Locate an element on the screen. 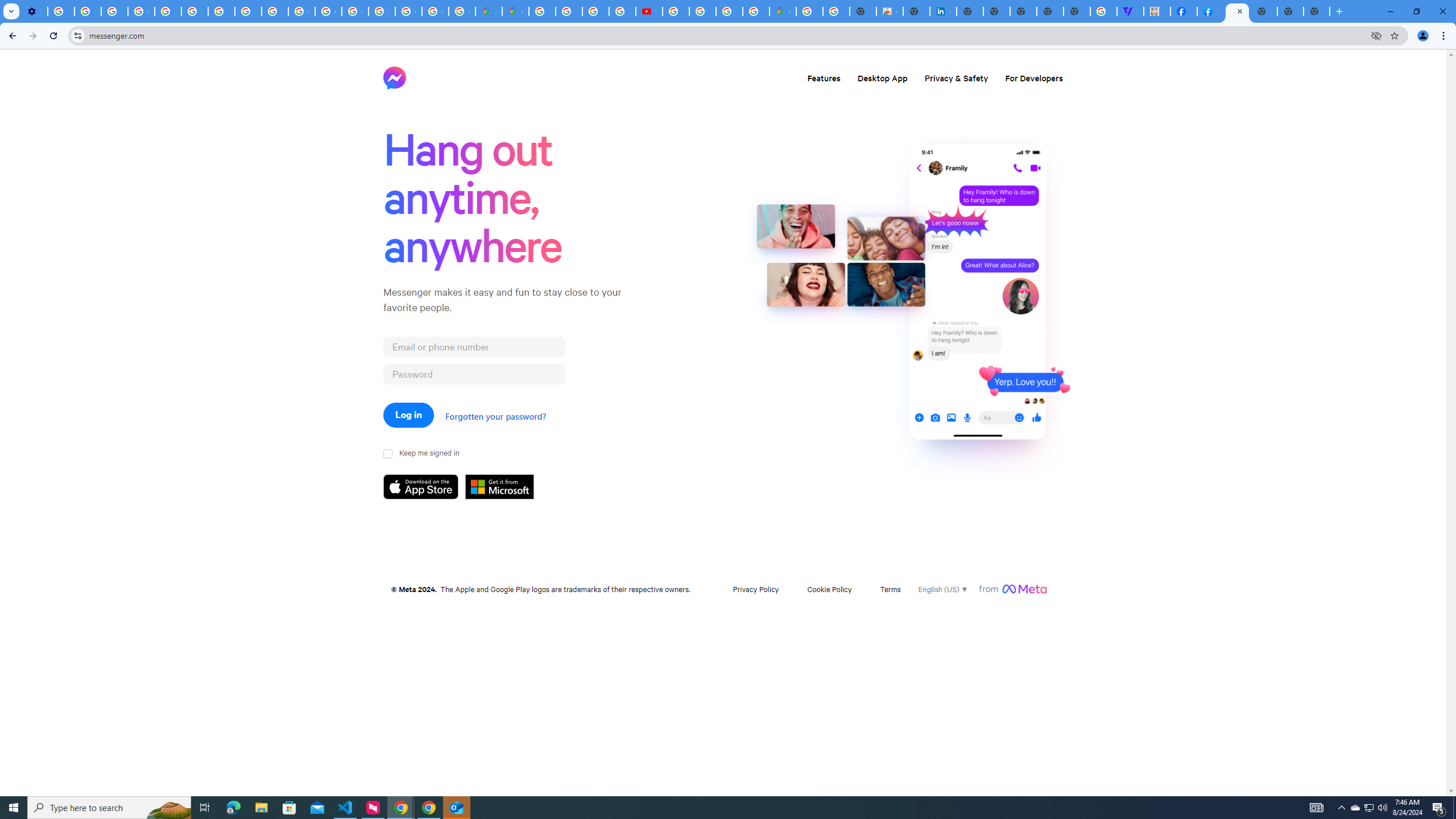 This screenshot has height=819, width=1456. 'Forgotten your password?' is located at coordinates (494, 416).